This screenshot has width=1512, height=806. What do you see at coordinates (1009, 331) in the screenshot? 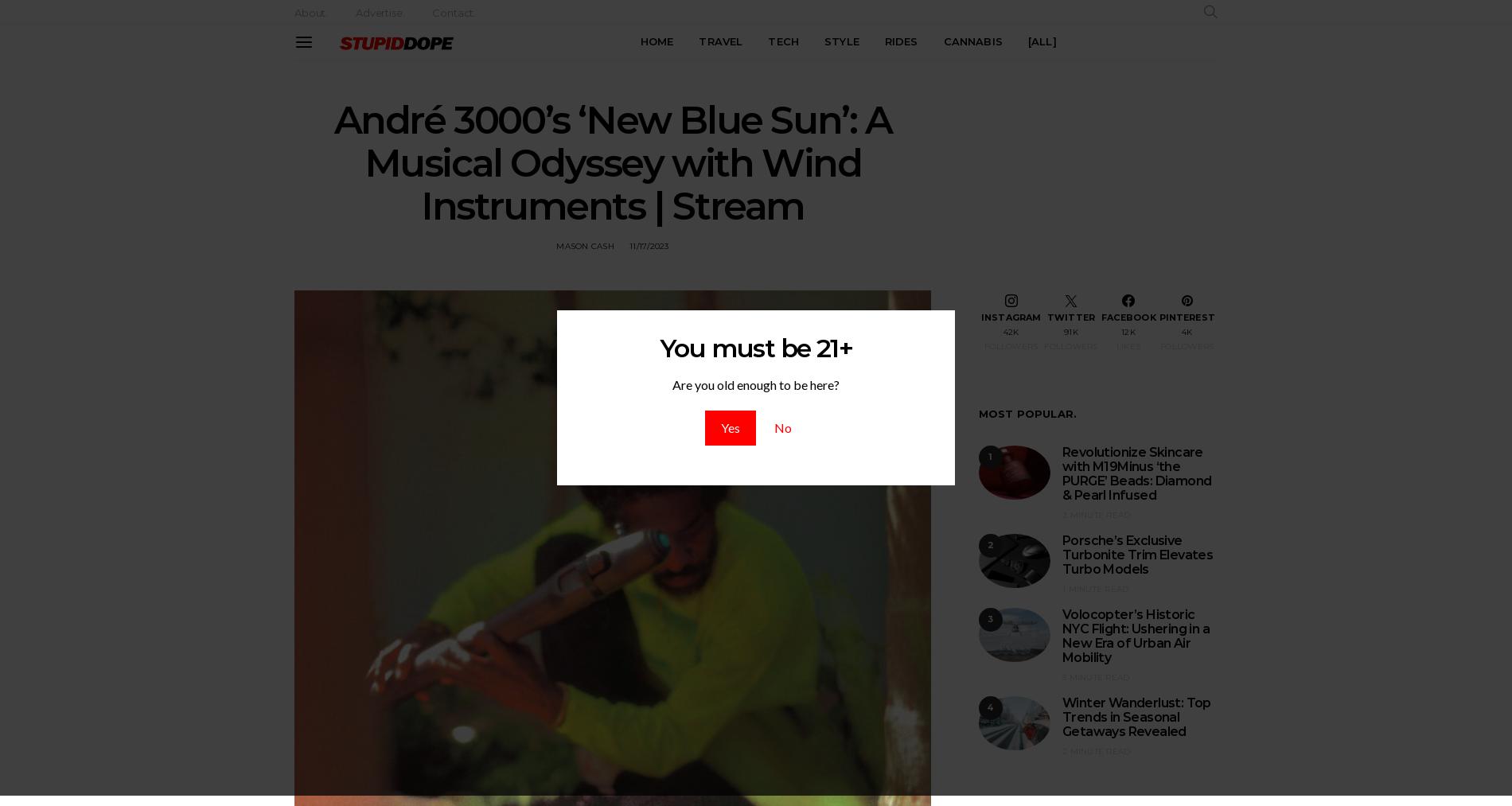
I see `'42K'` at bounding box center [1009, 331].